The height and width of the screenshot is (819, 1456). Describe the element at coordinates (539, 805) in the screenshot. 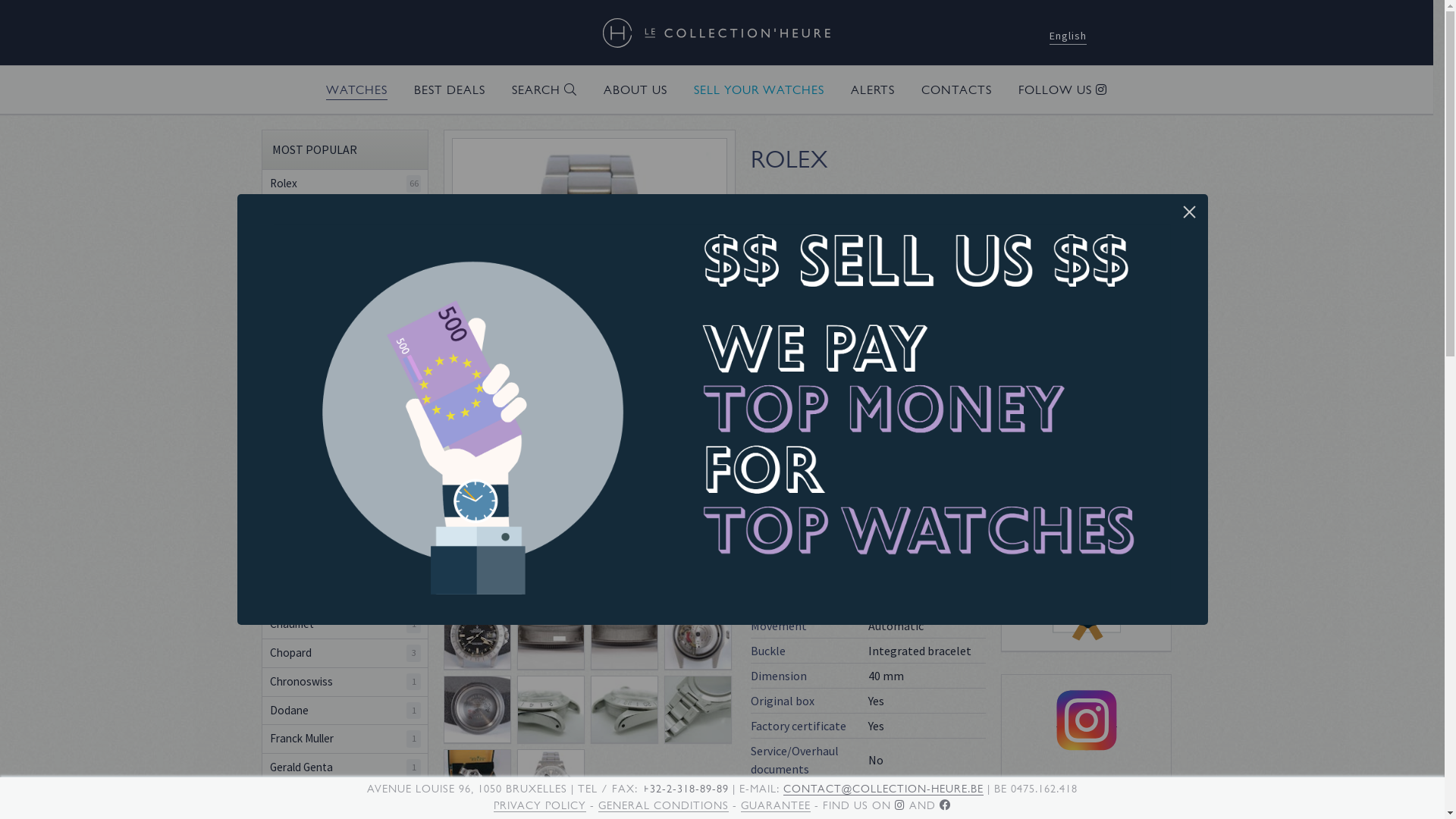

I see `'PRIVACY POLICY'` at that location.